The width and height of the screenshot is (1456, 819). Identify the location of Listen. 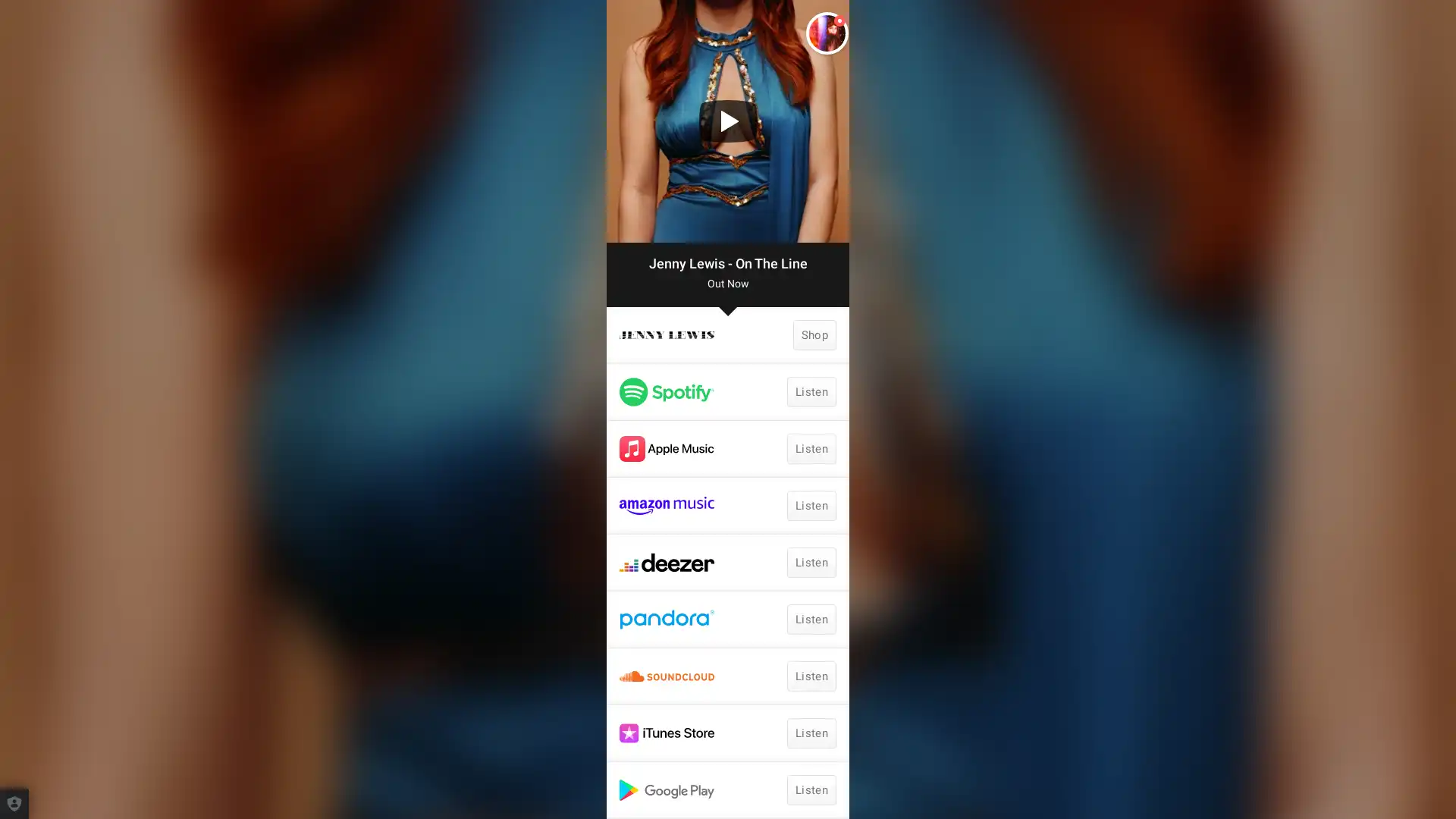
(811, 620).